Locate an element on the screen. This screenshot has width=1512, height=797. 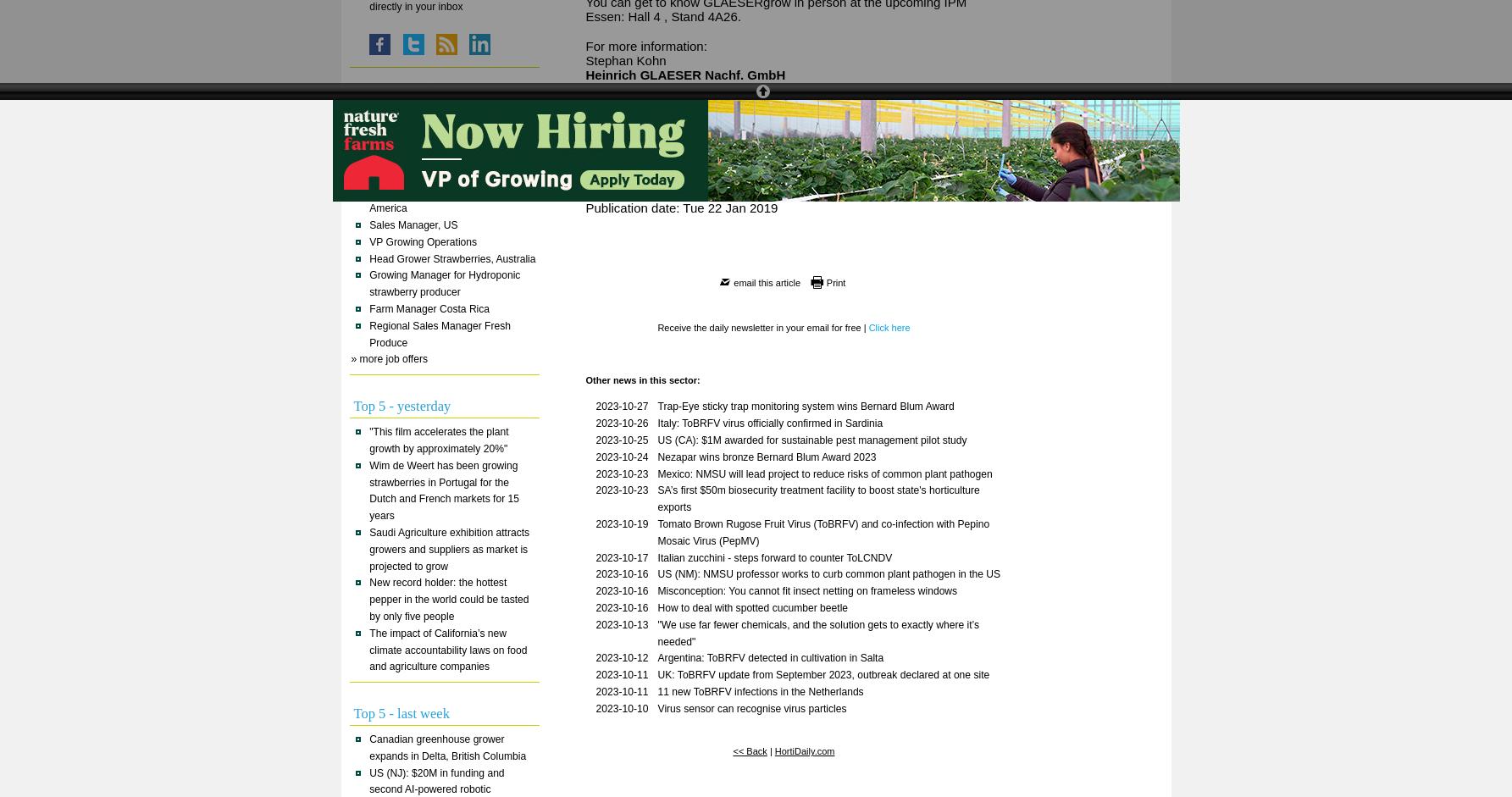
'Click here' is located at coordinates (889, 326).